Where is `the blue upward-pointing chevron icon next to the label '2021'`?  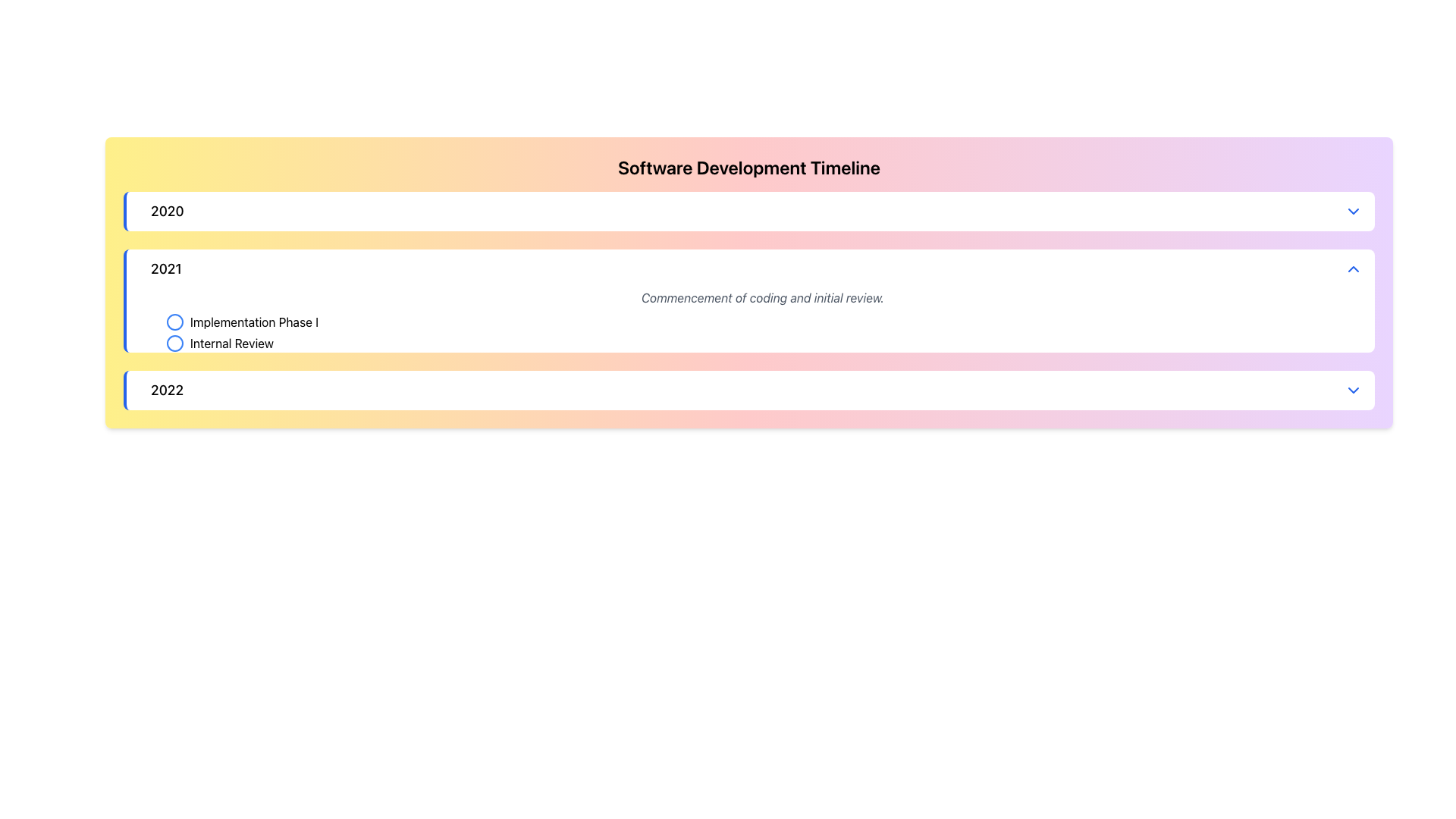 the blue upward-pointing chevron icon next to the label '2021' is located at coordinates (1354, 268).